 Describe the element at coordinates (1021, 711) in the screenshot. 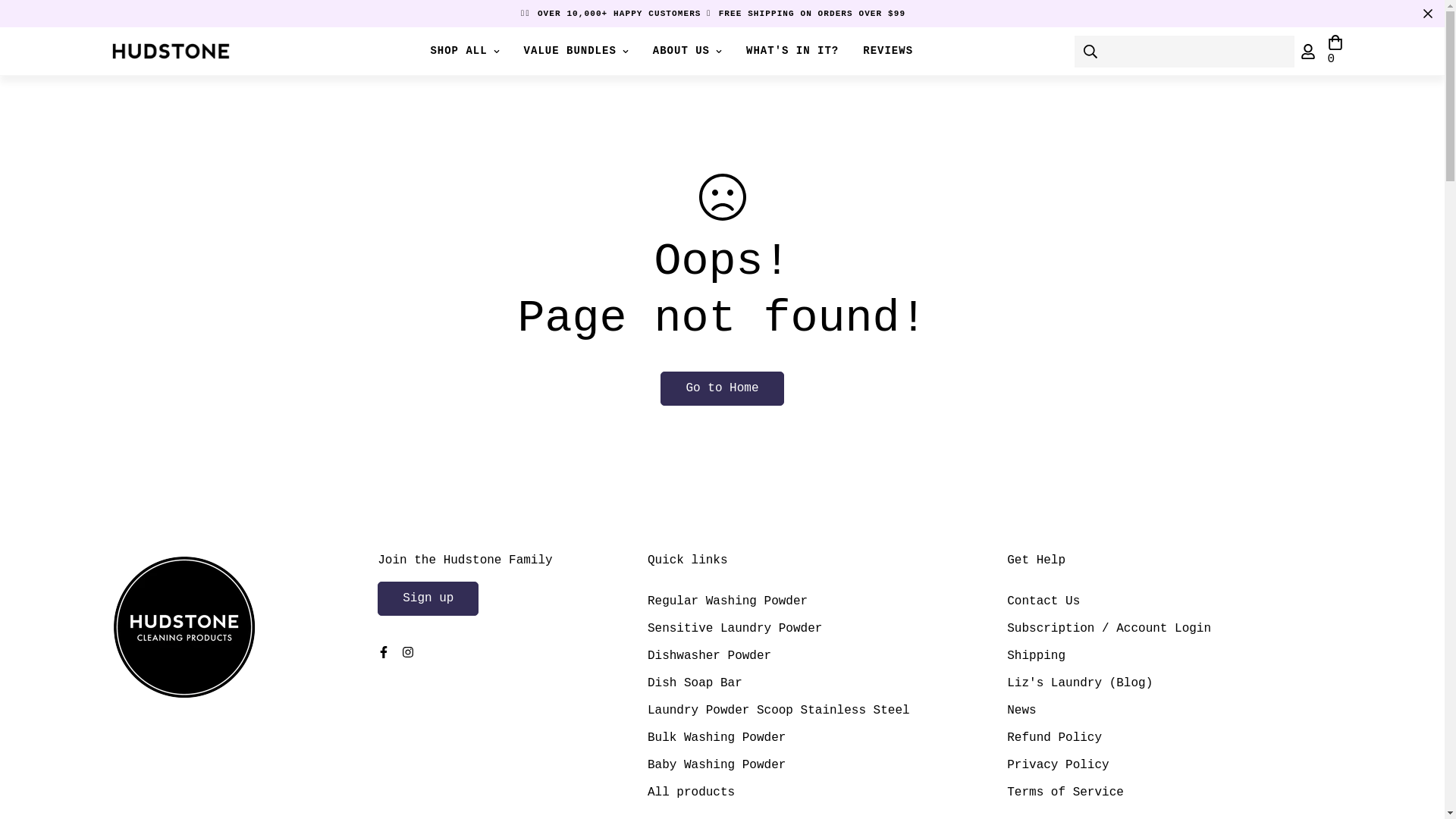

I see `'News'` at that location.